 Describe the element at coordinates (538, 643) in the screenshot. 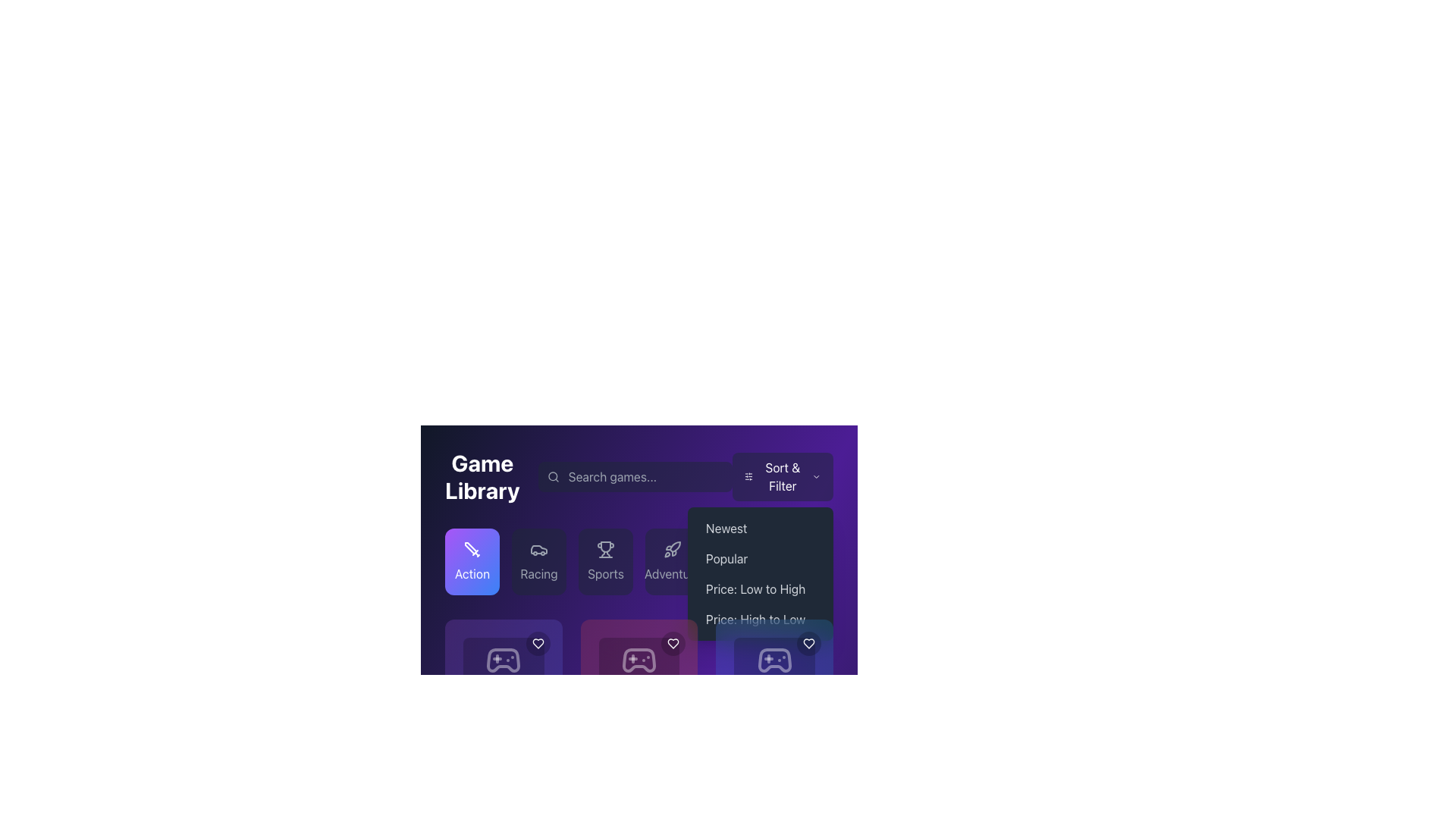

I see `the heart icon representing the 'favorite' or 'like' option` at that location.